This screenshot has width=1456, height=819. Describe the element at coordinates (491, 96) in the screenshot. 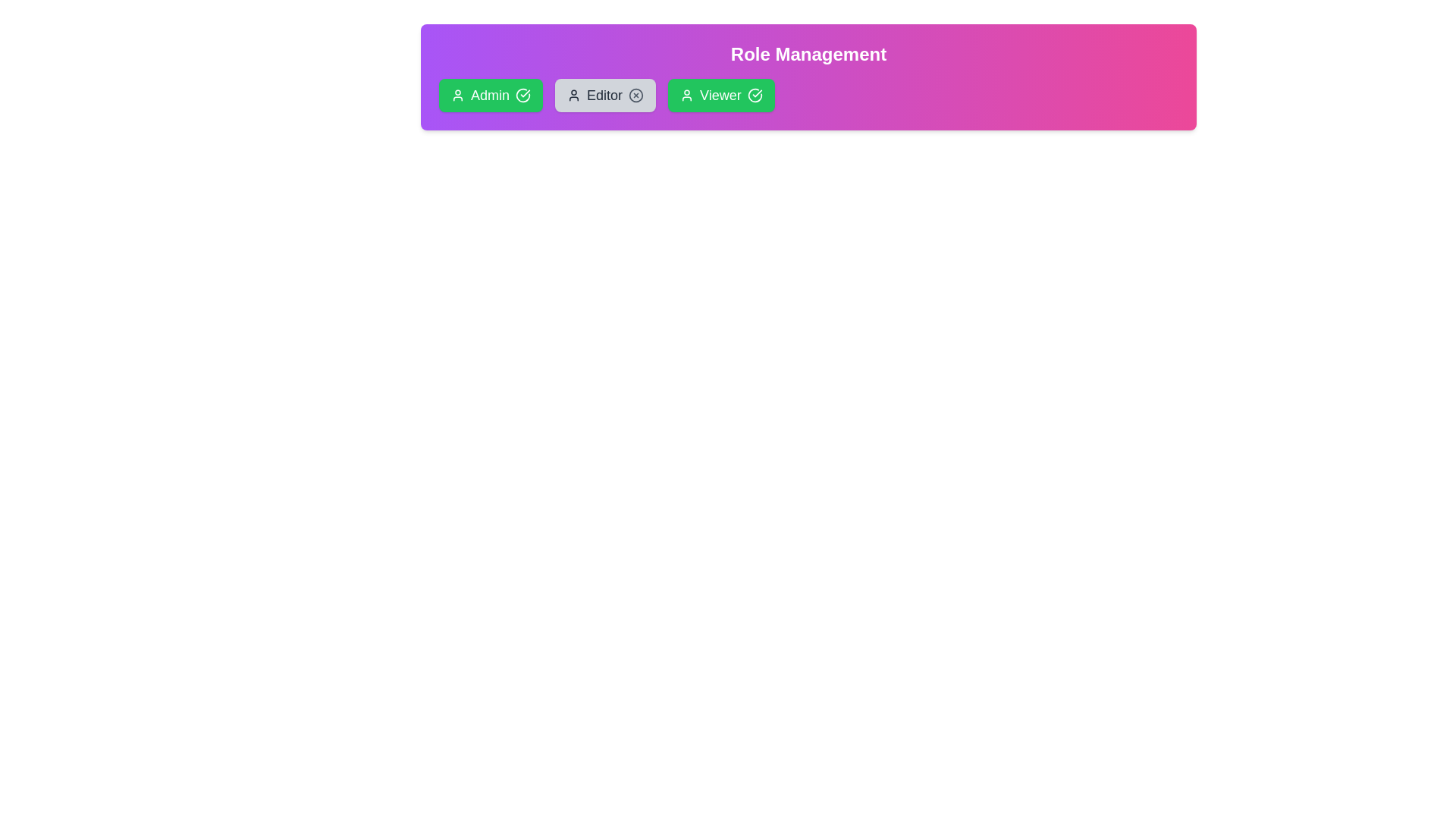

I see `the role Admin by clicking on its card` at that location.